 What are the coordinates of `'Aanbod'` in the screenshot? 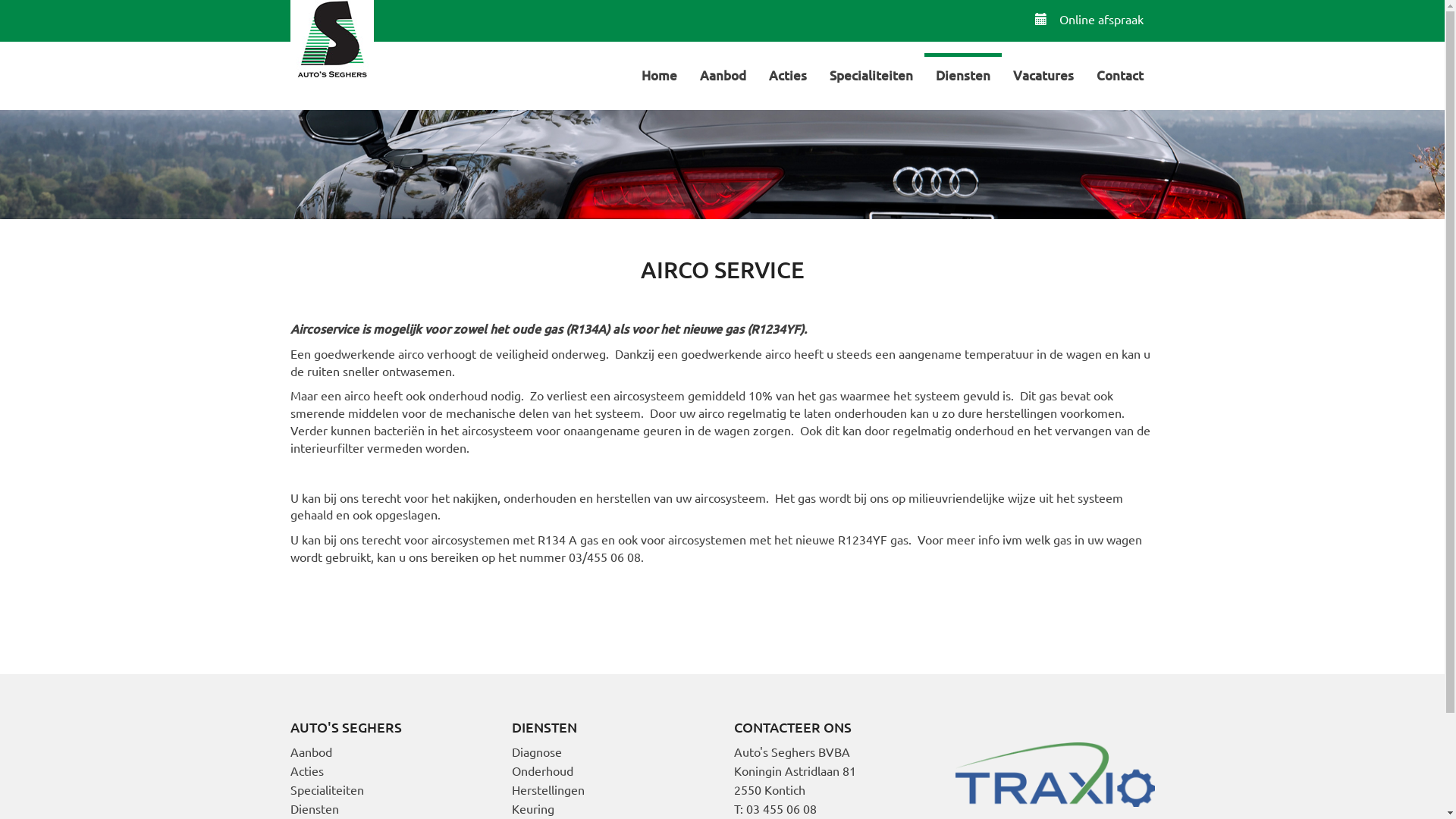 It's located at (722, 74).